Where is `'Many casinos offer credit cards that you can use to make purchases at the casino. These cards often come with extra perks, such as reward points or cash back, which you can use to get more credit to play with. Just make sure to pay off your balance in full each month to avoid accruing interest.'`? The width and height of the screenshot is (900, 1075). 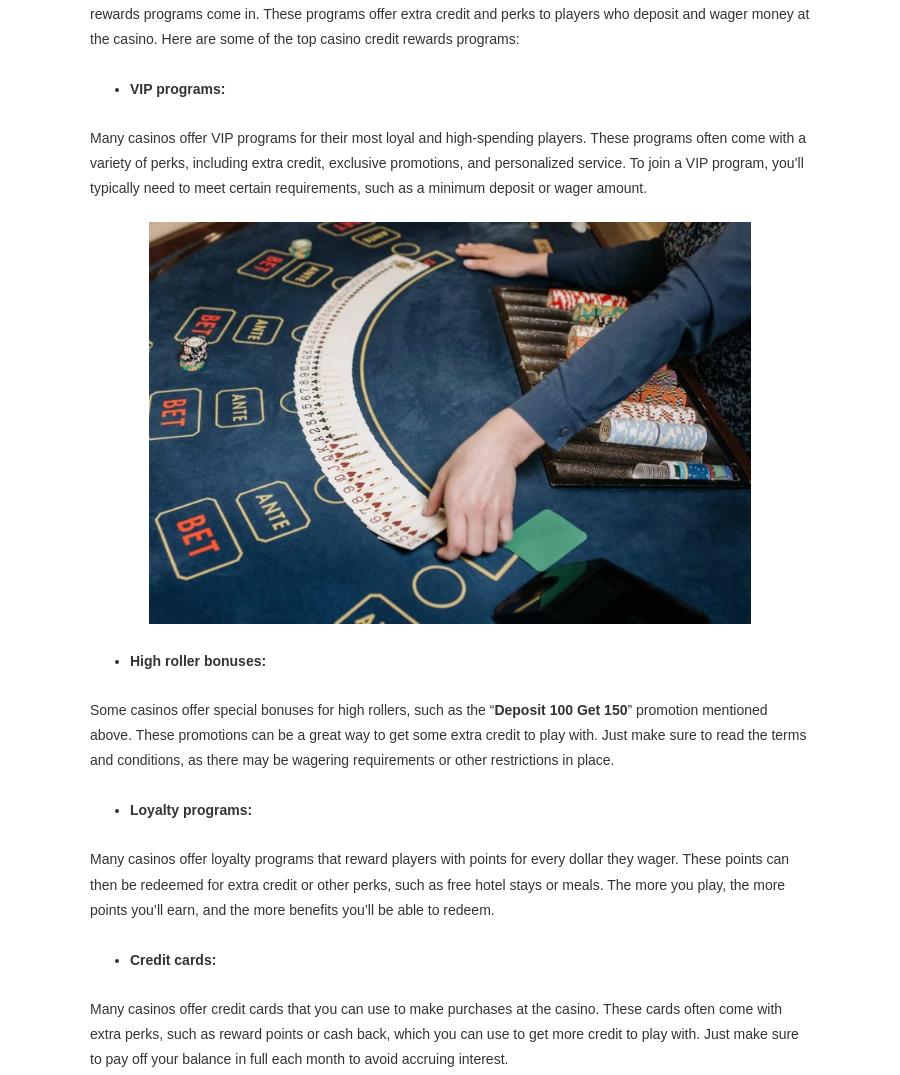 'Many casinos offer credit cards that you can use to make purchases at the casino. These cards often come with extra perks, such as reward points or cash back, which you can use to get more credit to play with. Just make sure to pay off your balance in full each month to avoid accruing interest.' is located at coordinates (443, 1033).